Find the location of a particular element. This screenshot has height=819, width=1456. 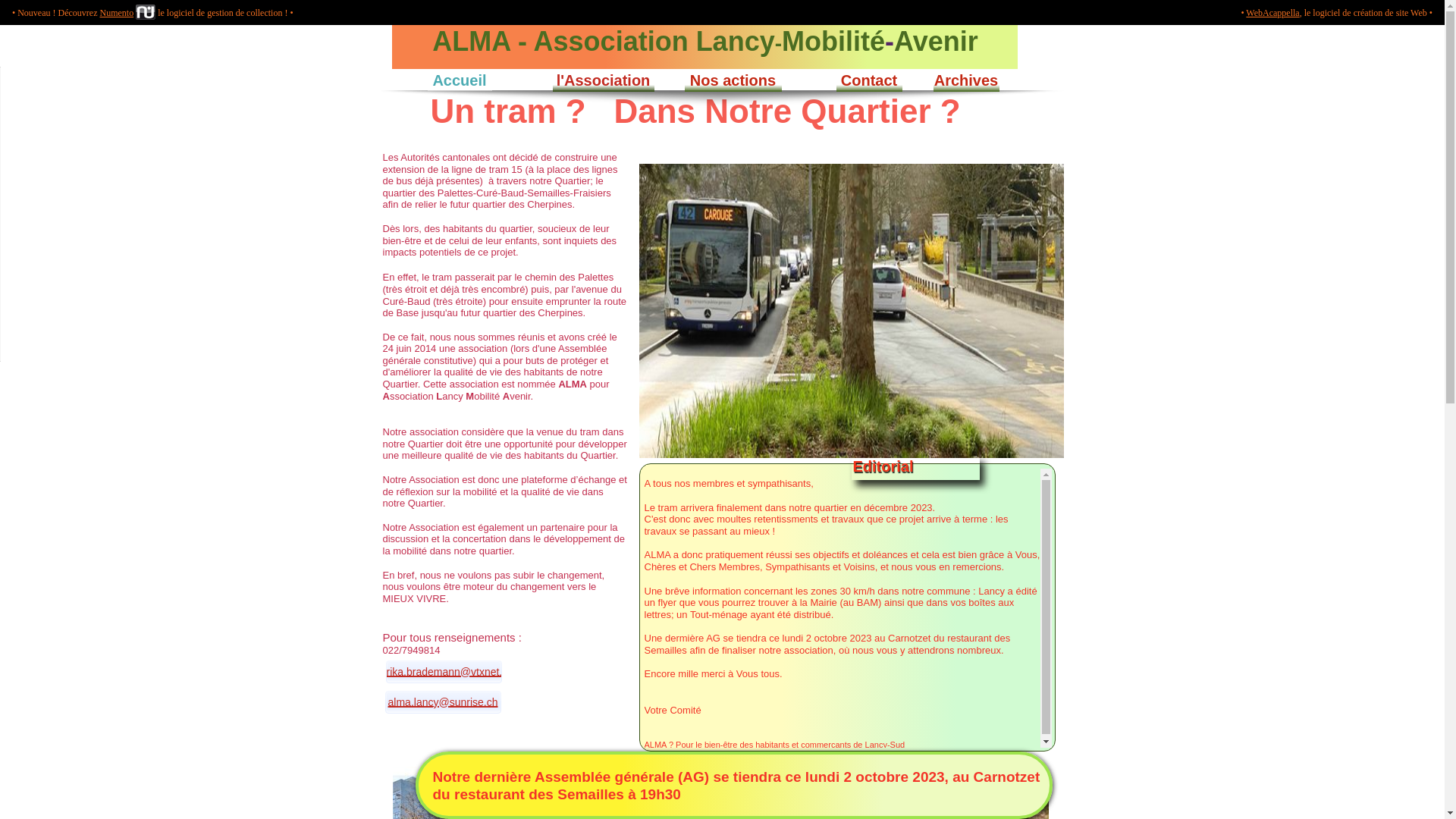

'Archives' is located at coordinates (965, 80).